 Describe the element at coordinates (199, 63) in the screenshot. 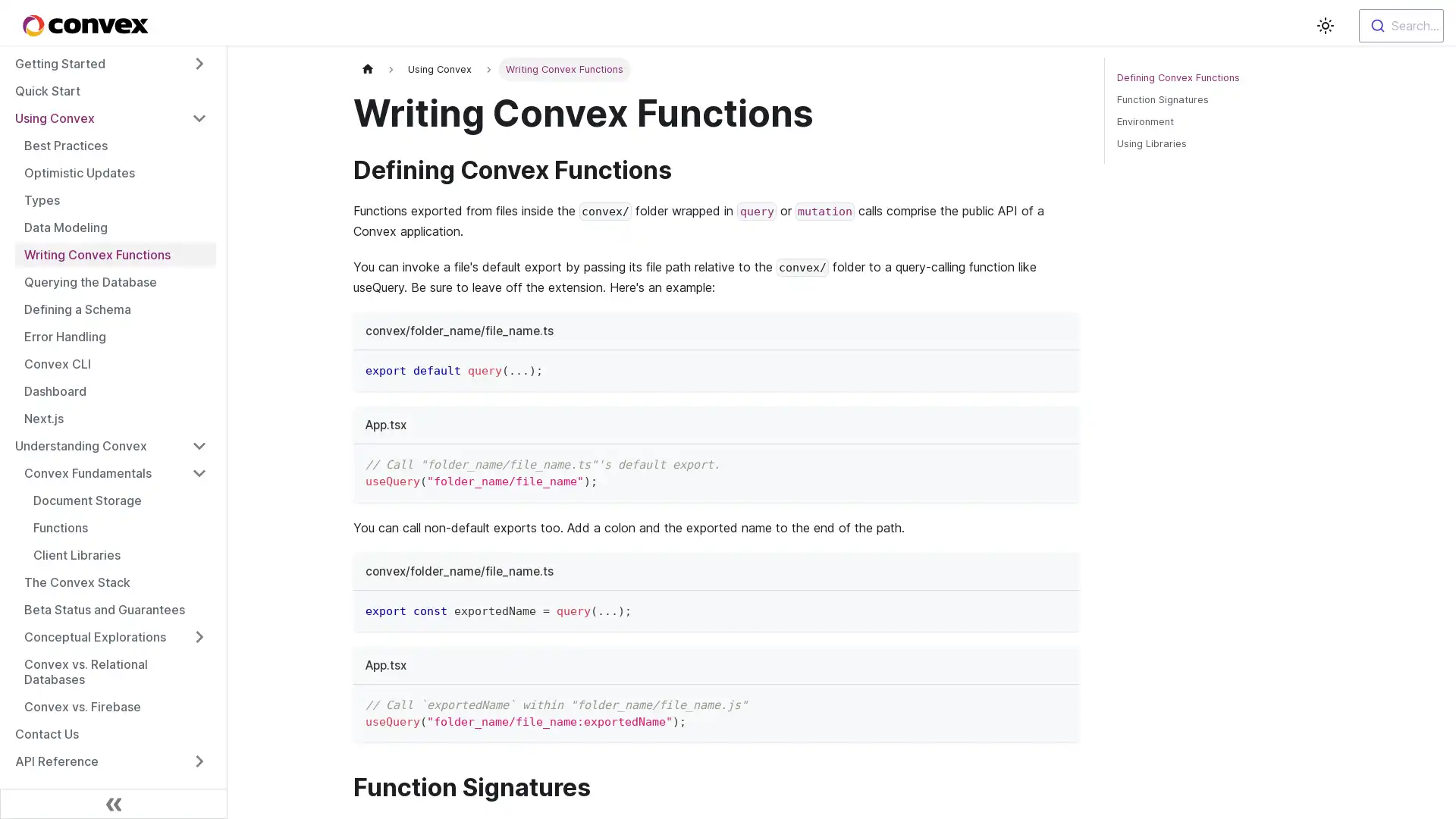

I see `Toggle the collapsible sidebar category 'Getting Started'` at that location.